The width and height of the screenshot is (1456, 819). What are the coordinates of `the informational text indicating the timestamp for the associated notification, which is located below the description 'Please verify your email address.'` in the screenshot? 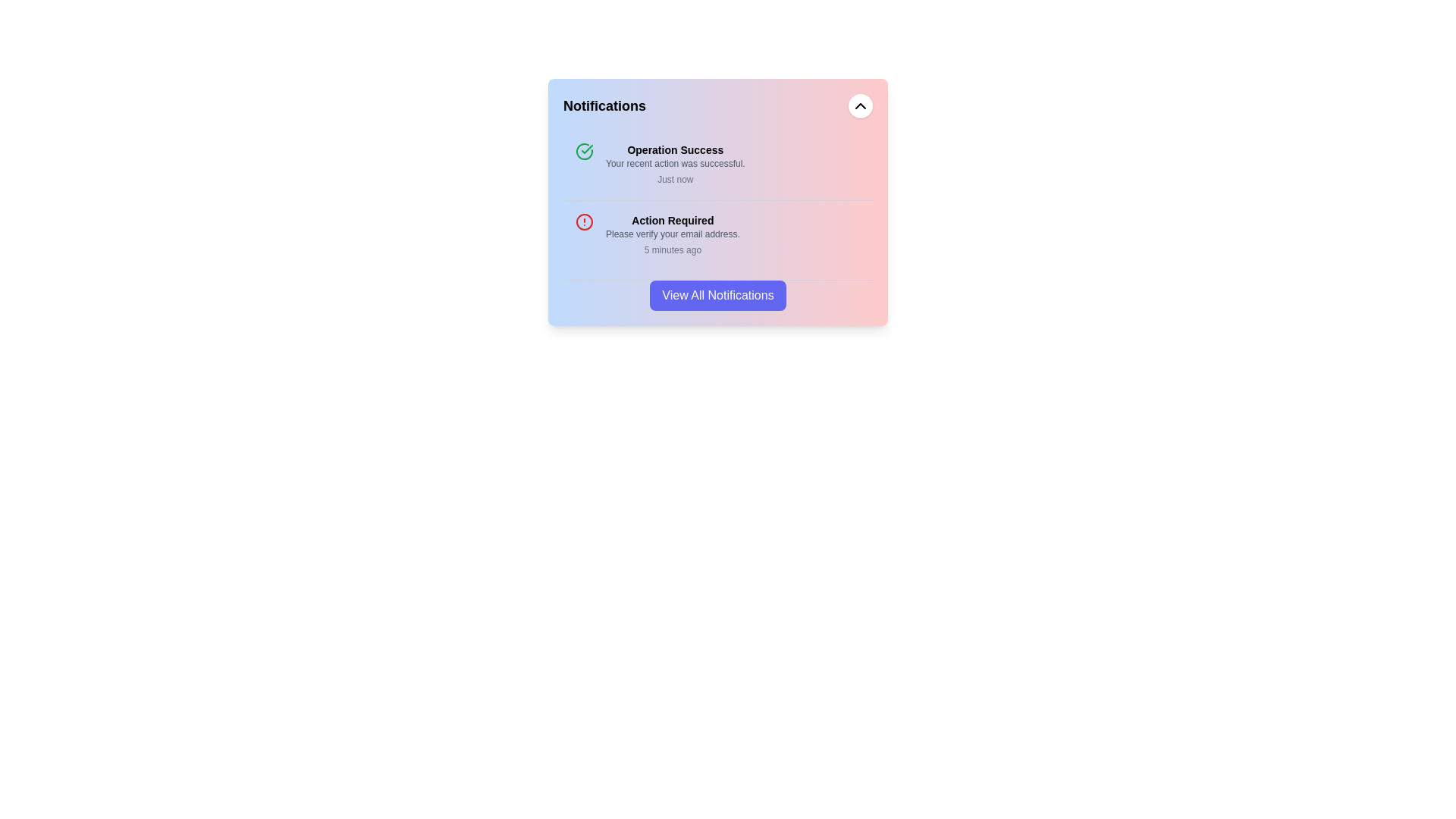 It's located at (672, 249).